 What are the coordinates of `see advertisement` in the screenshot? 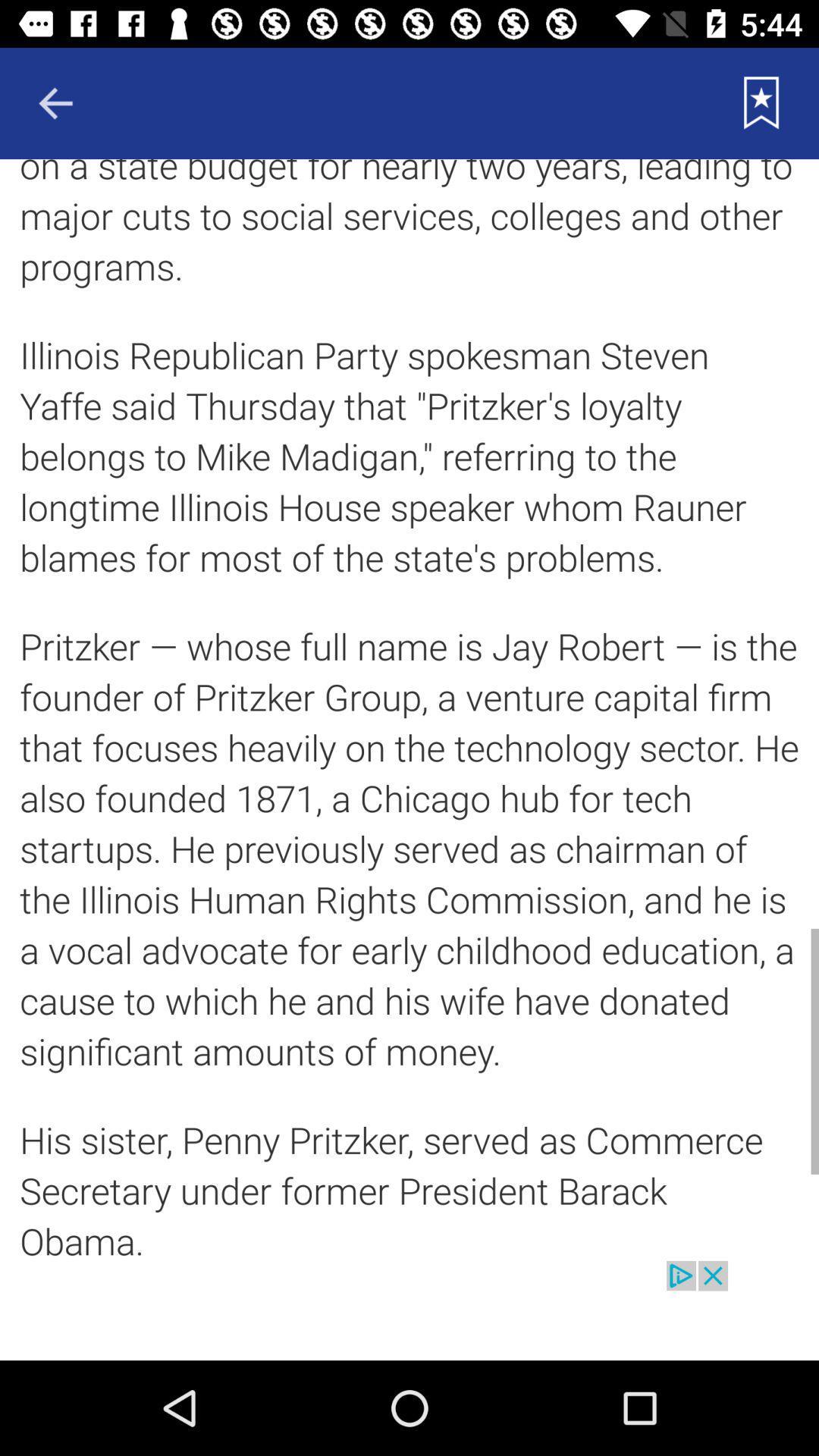 It's located at (409, 1310).